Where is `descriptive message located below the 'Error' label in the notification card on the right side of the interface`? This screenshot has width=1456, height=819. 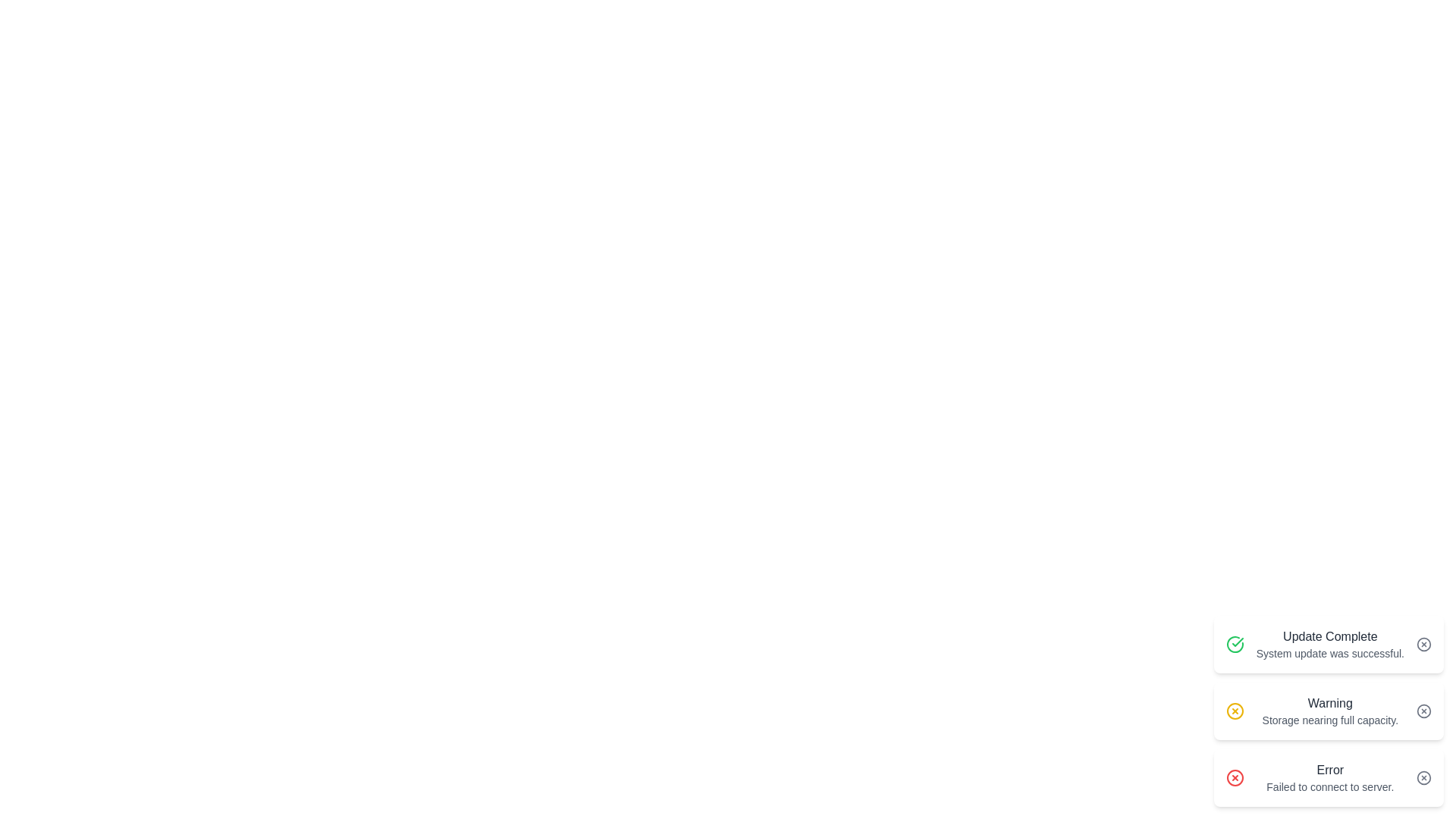
descriptive message located below the 'Error' label in the notification card on the right side of the interface is located at coordinates (1329, 786).